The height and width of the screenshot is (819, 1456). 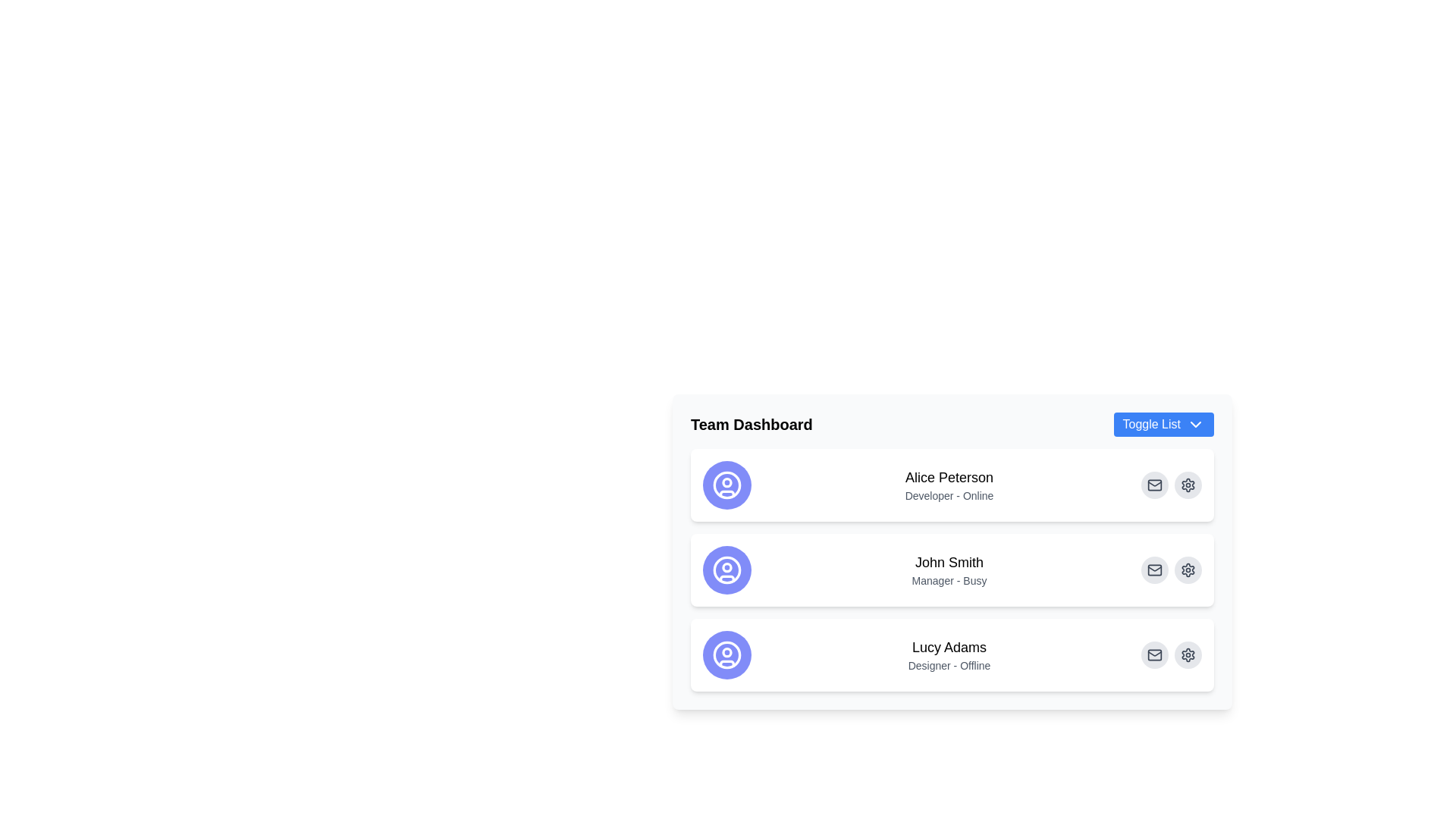 What do you see at coordinates (949, 562) in the screenshot?
I see `name displayed as 'John Smith' in bold font located in the second entry of the user list in the 'Team Dashboard', positioned above 'Manager - Busy'` at bounding box center [949, 562].